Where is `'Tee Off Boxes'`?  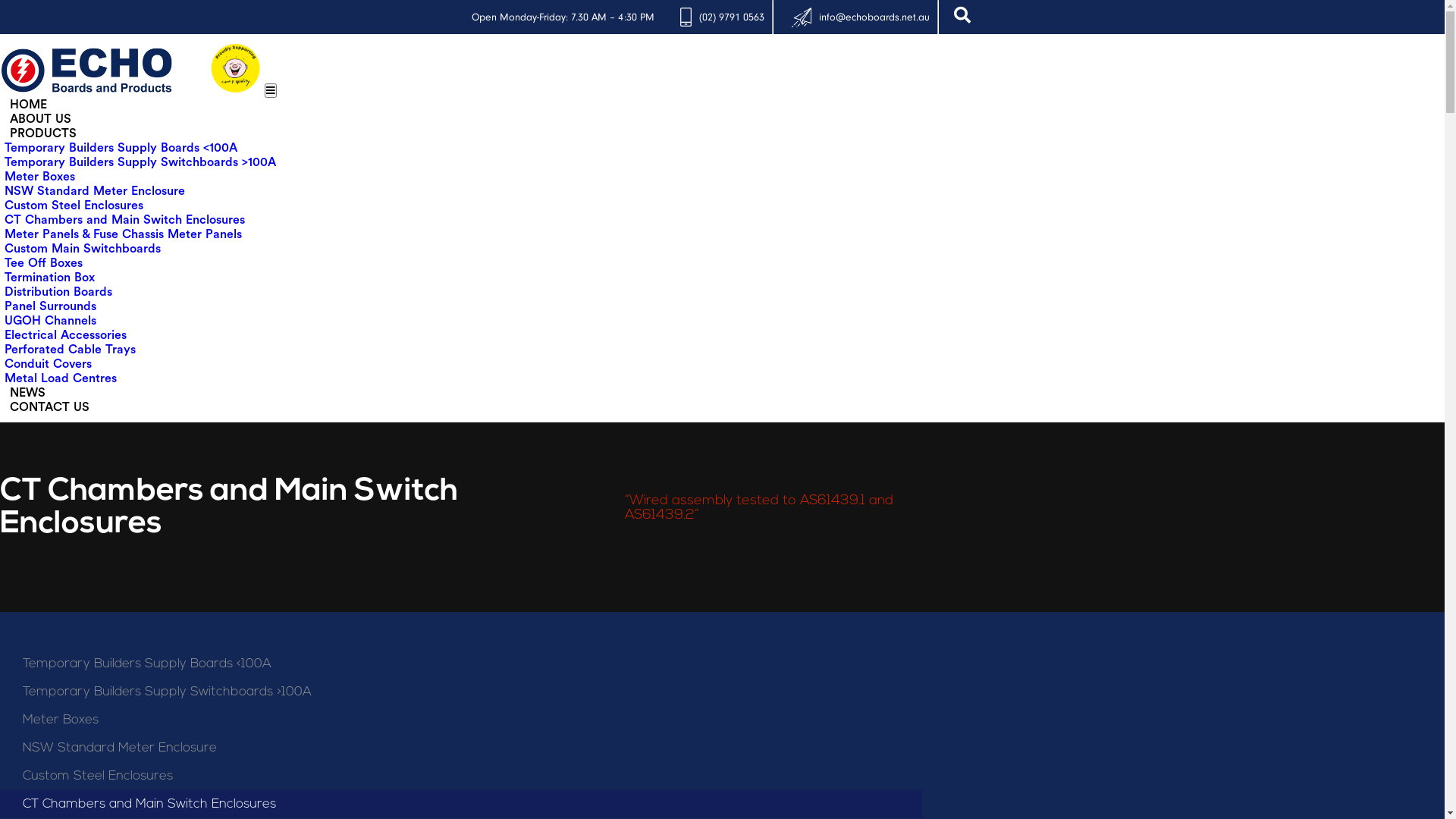
'Tee Off Boxes' is located at coordinates (43, 262).